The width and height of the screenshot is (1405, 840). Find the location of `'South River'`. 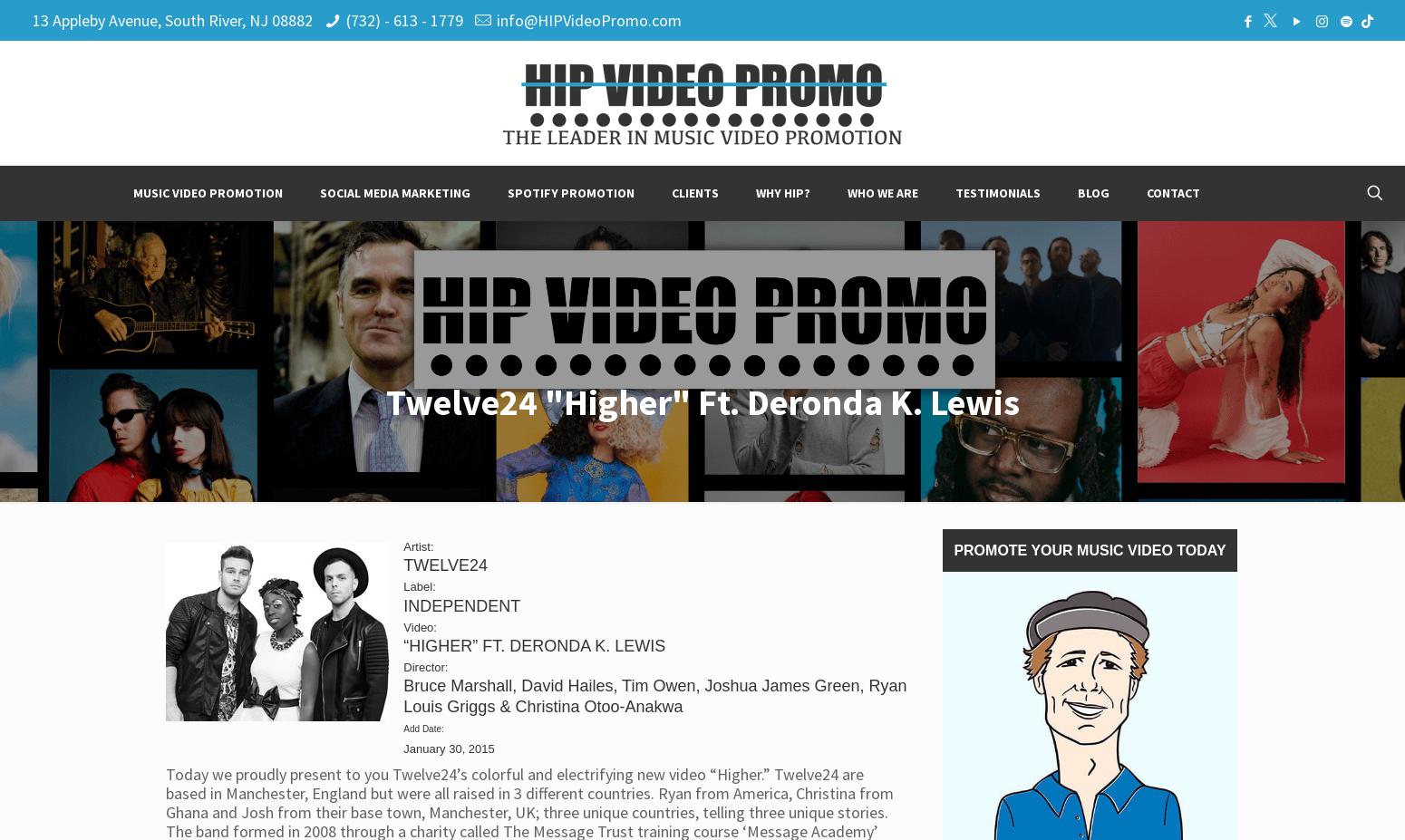

'South River' is located at coordinates (201, 19).